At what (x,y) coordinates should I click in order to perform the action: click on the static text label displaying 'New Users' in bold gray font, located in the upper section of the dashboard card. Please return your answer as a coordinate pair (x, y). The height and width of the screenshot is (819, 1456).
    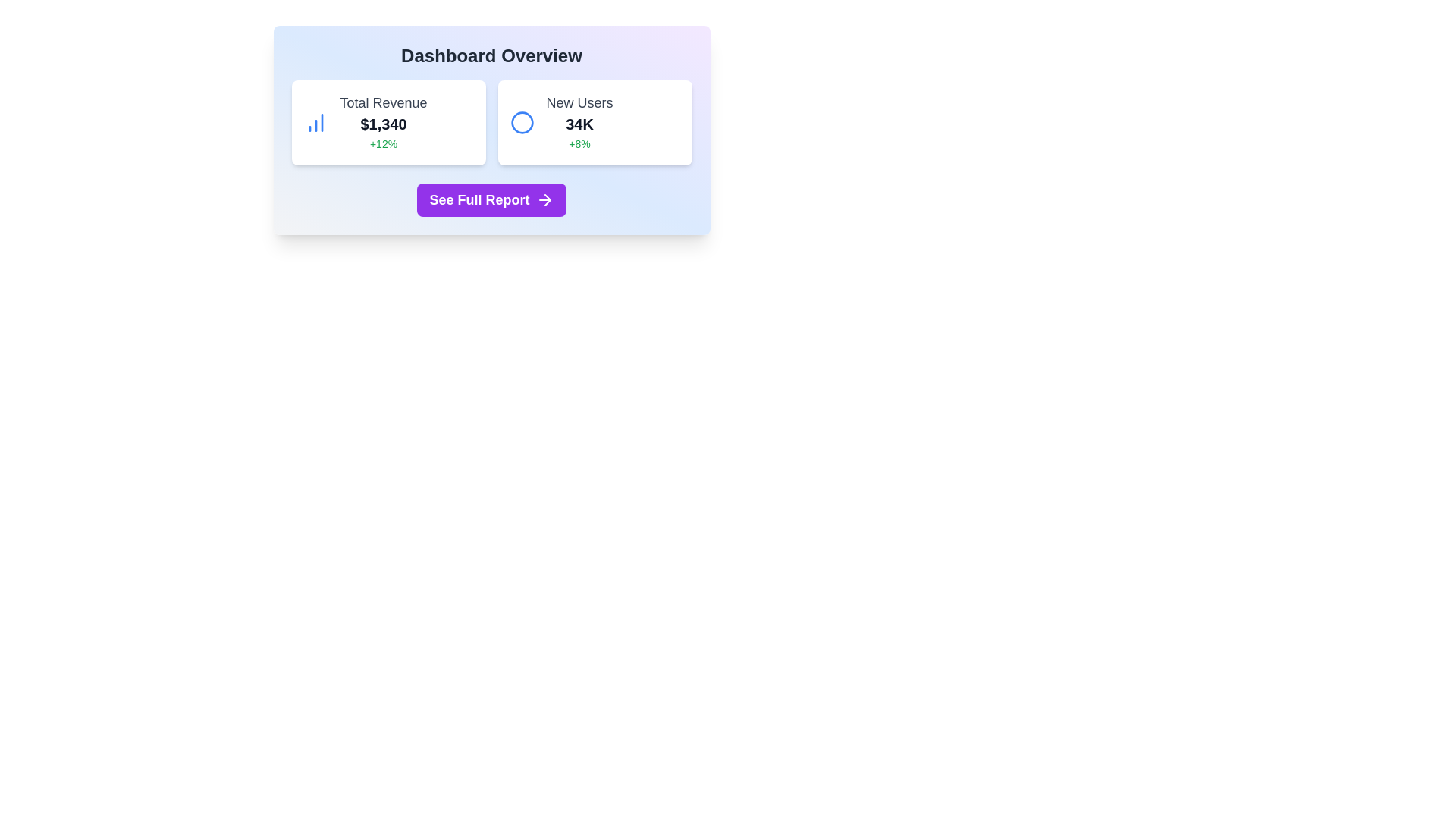
    Looking at the image, I should click on (579, 102).